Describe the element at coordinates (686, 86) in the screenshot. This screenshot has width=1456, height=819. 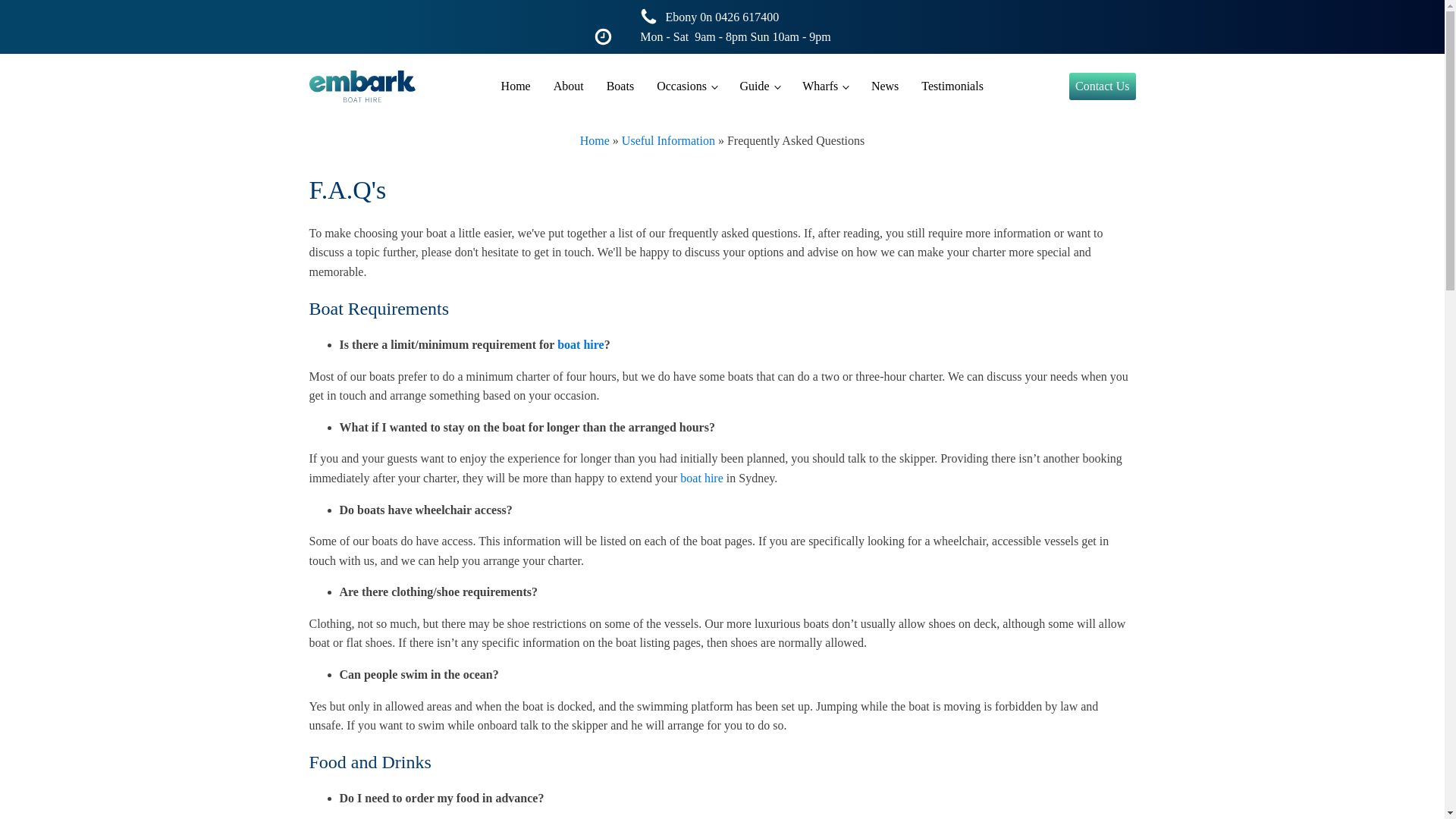
I see `'Occasions'` at that location.